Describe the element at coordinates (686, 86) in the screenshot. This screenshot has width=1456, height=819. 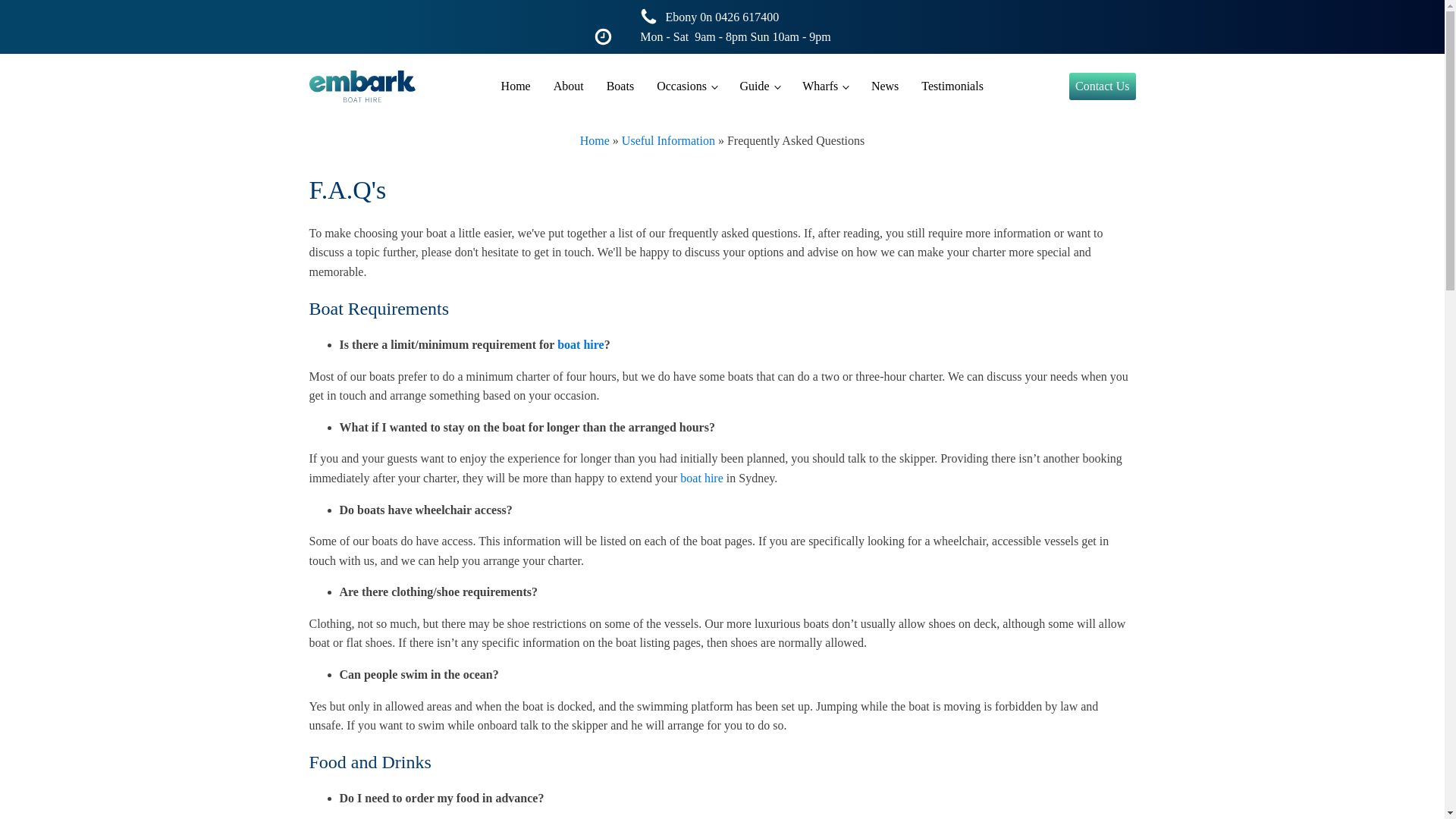
I see `'Occasions'` at that location.